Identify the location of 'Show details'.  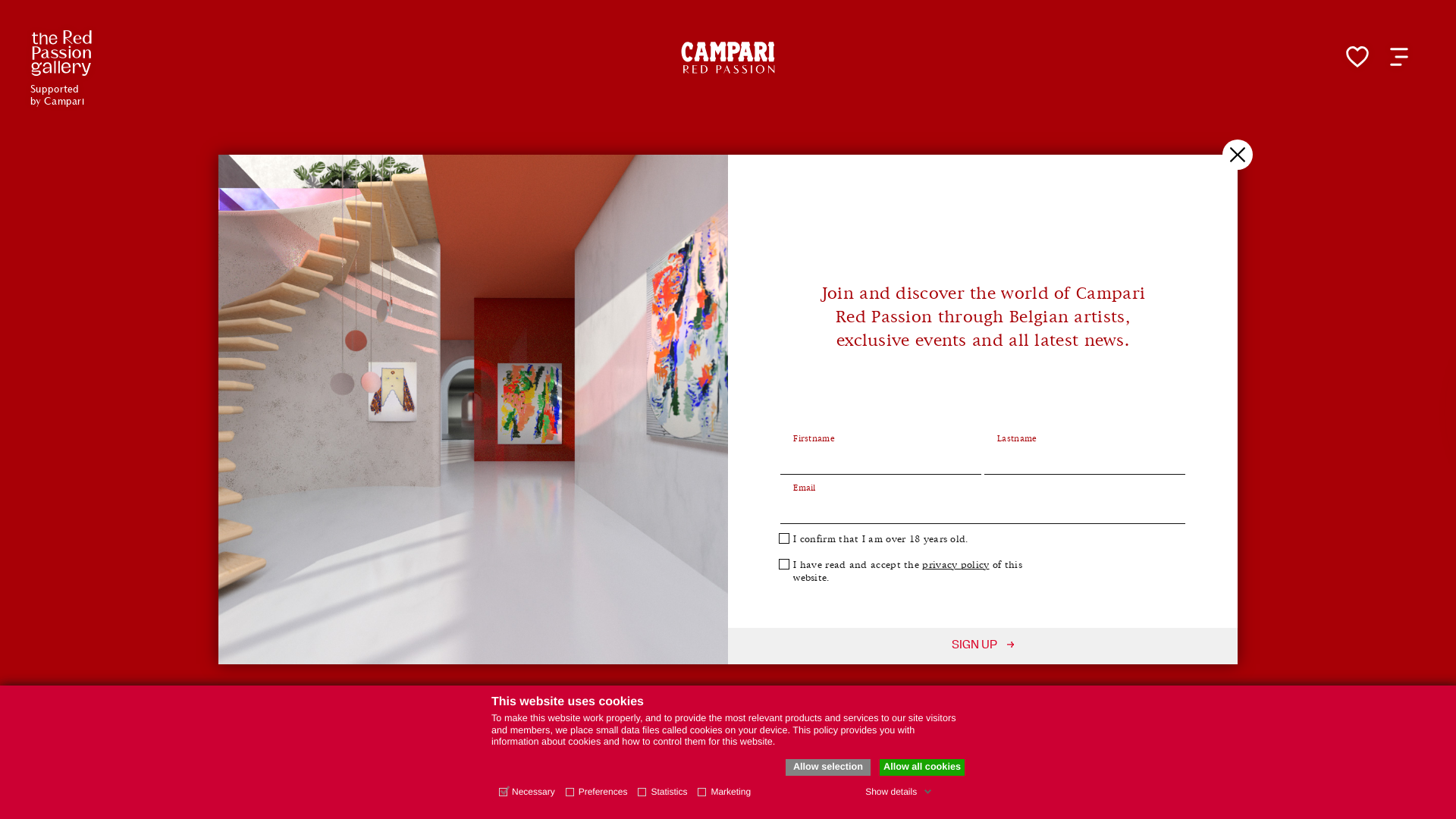
(899, 791).